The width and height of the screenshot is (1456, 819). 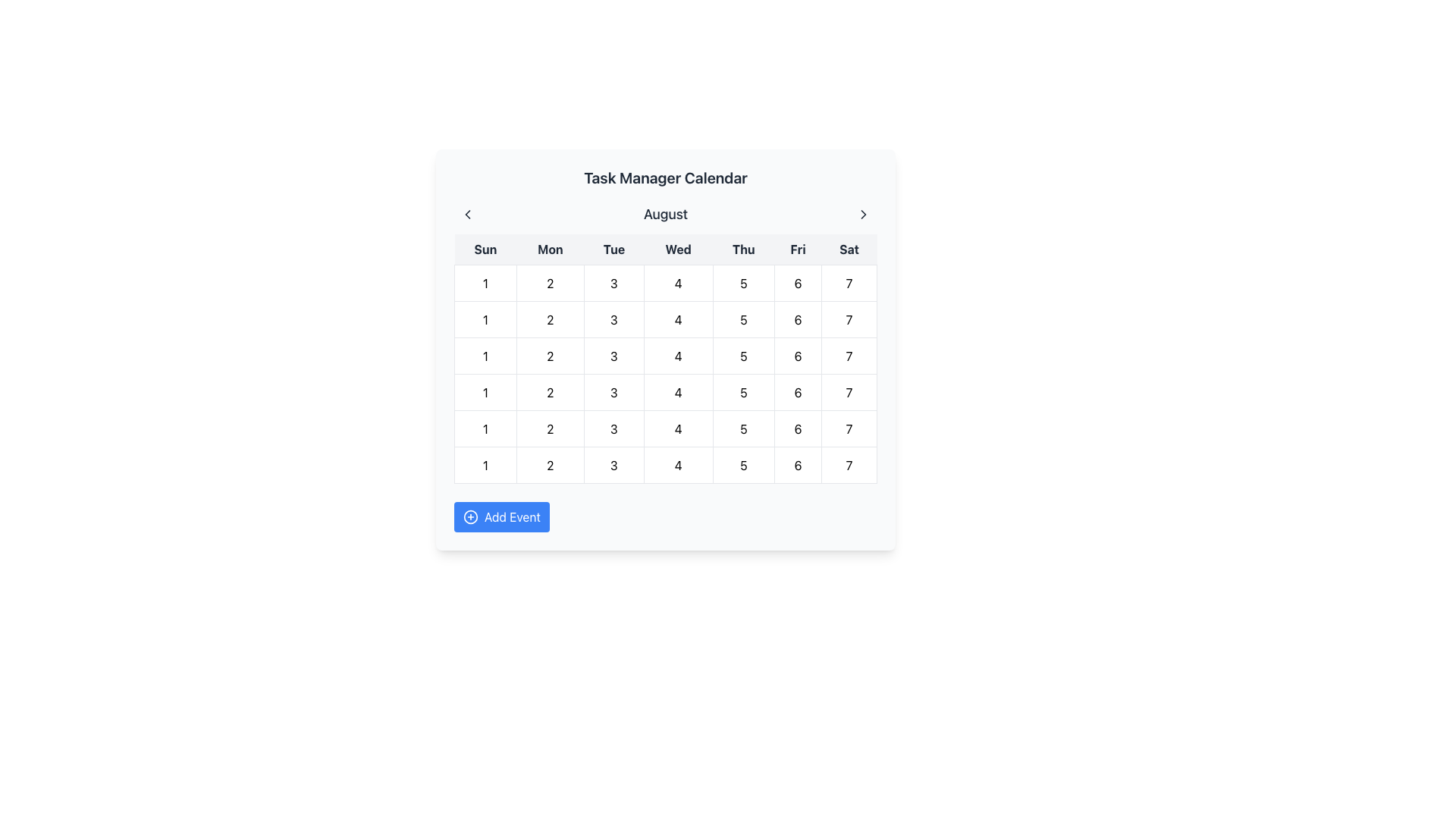 What do you see at coordinates (485, 318) in the screenshot?
I see `the Grid Cell located in the first row and first column of the calendar grid` at bounding box center [485, 318].